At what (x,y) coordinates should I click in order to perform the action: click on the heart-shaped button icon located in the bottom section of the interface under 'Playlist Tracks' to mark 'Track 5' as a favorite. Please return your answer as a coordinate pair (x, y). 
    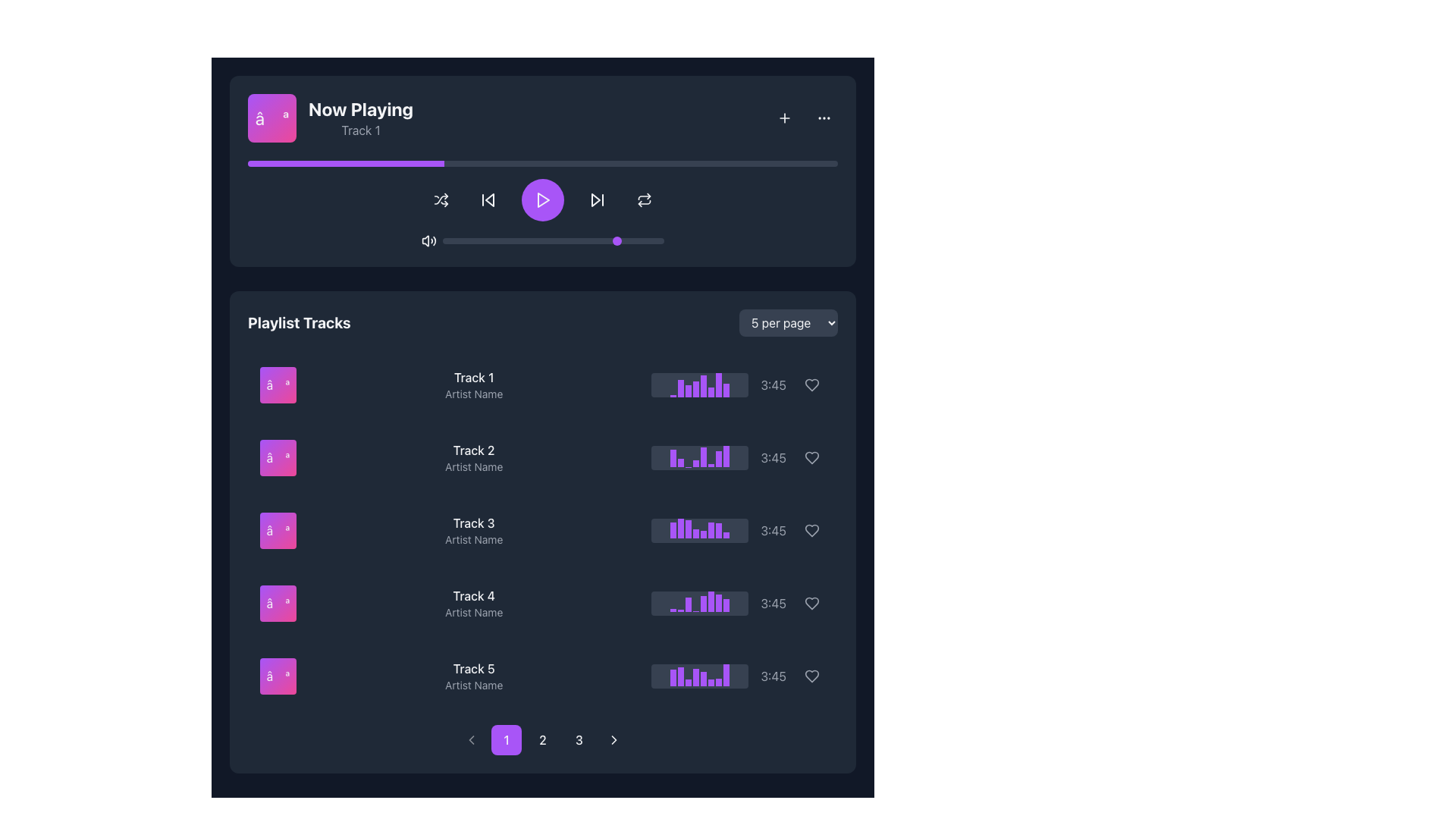
    Looking at the image, I should click on (811, 675).